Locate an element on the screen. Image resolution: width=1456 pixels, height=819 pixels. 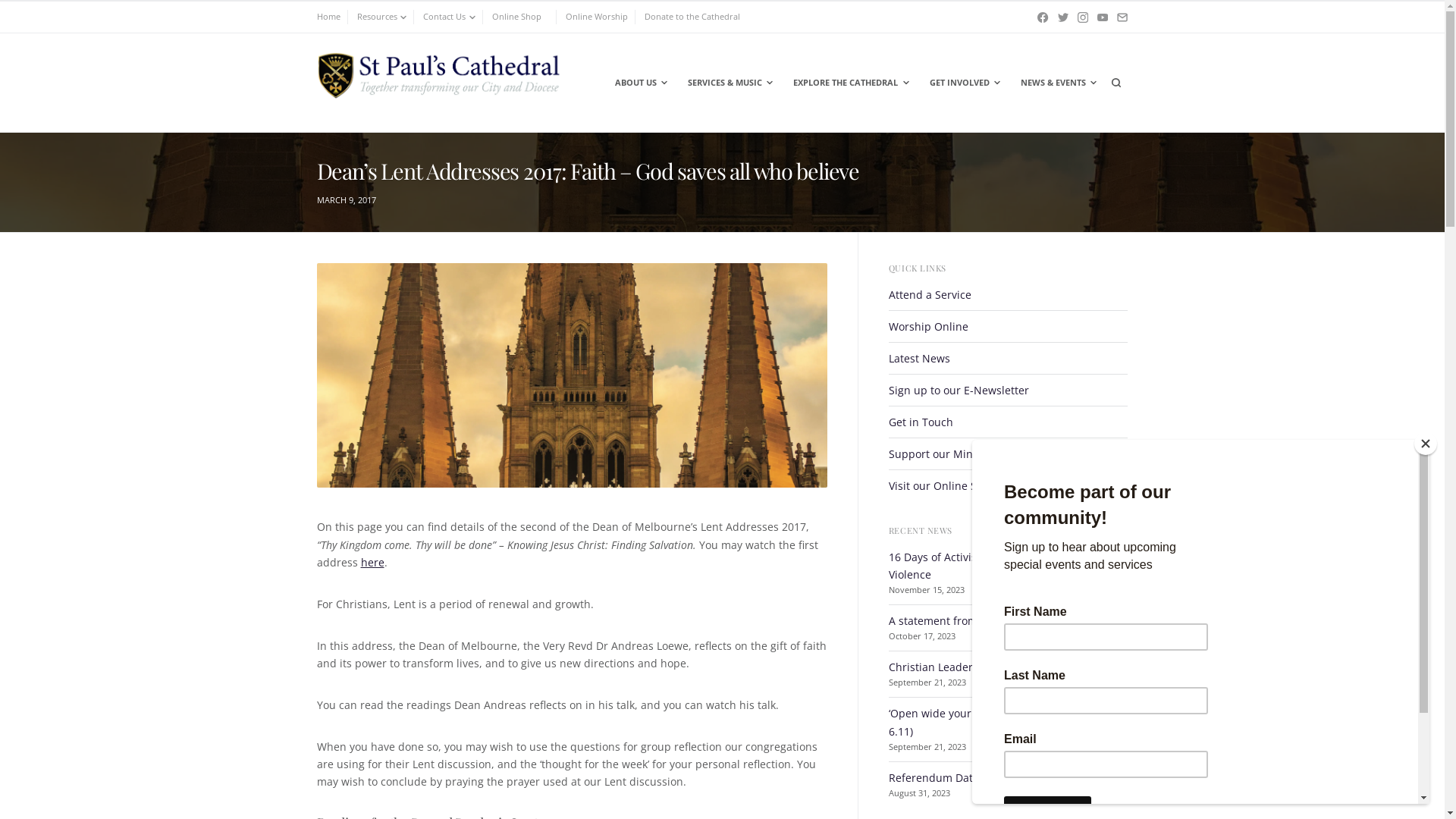
'ABOUT US' is located at coordinates (640, 82).